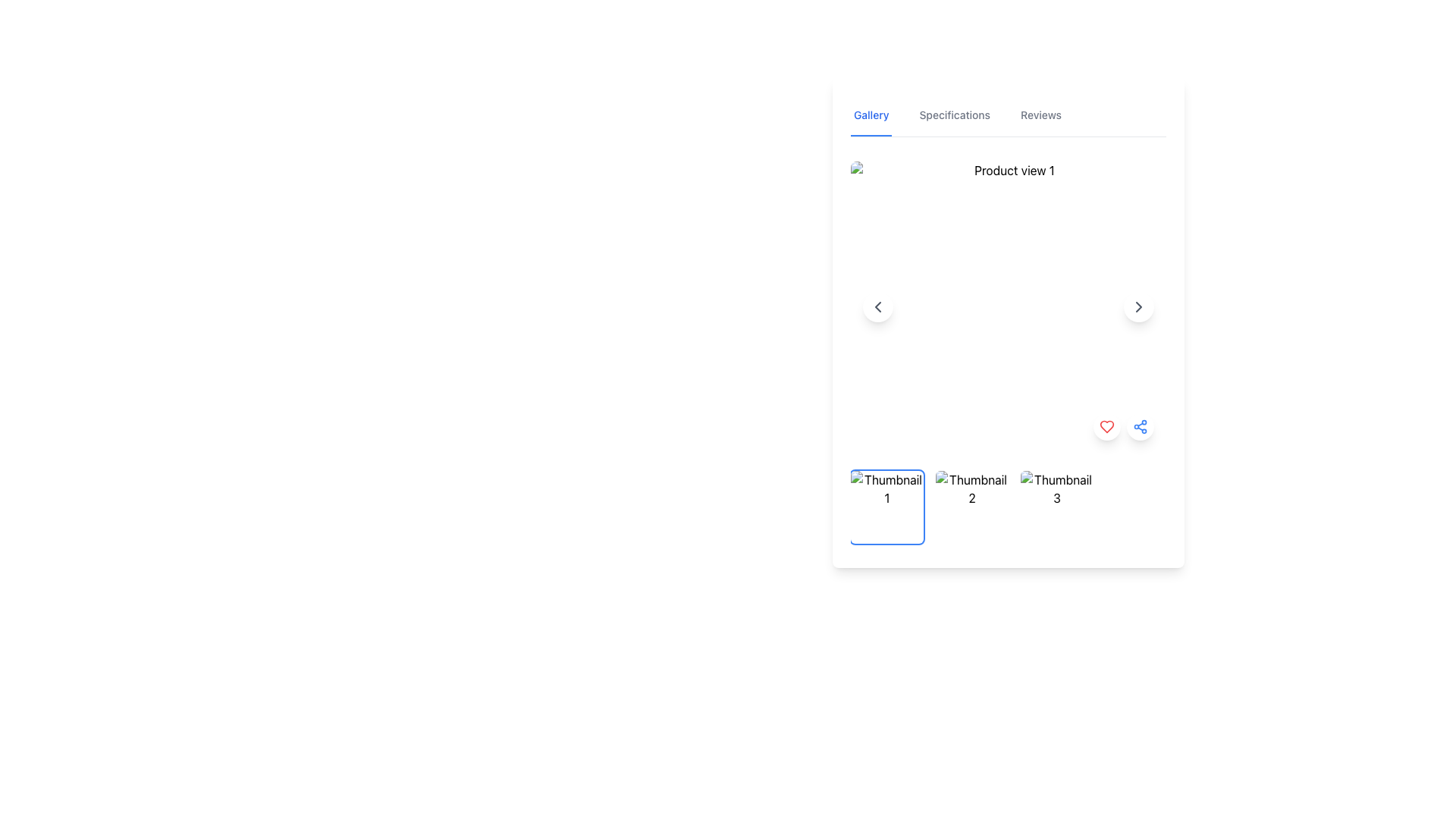 This screenshot has width=1456, height=819. I want to click on the rightward chevron icon located inside a circular button, so click(1139, 307).